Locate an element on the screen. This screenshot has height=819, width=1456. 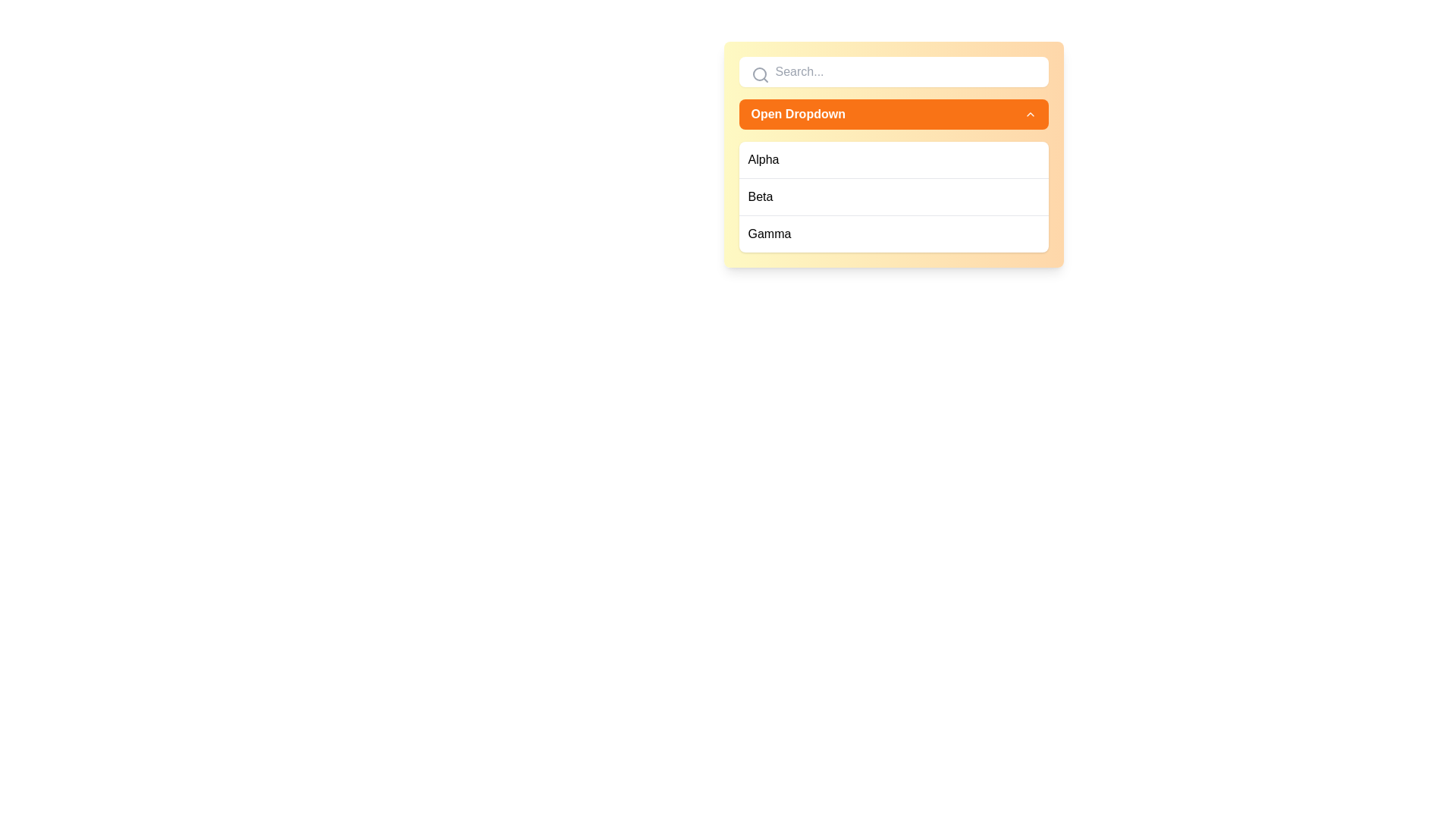
the first option labeled 'Alpha' within the dropdown menu, which is positioned directly below the 'Open Dropdown' button is located at coordinates (764, 160).